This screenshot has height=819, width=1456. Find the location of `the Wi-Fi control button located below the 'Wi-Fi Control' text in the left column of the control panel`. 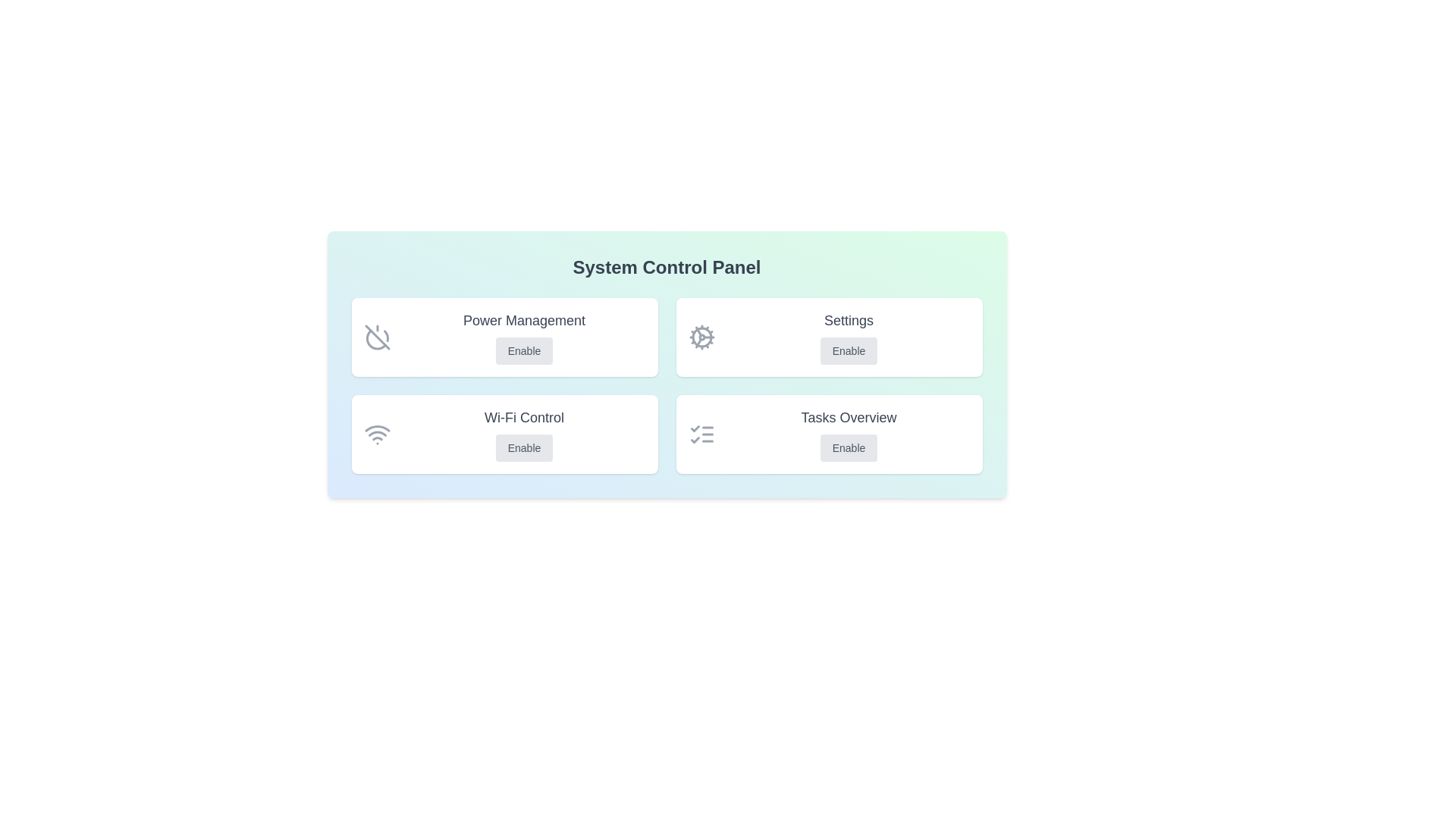

the Wi-Fi control button located below the 'Wi-Fi Control' text in the left column of the control panel is located at coordinates (524, 447).